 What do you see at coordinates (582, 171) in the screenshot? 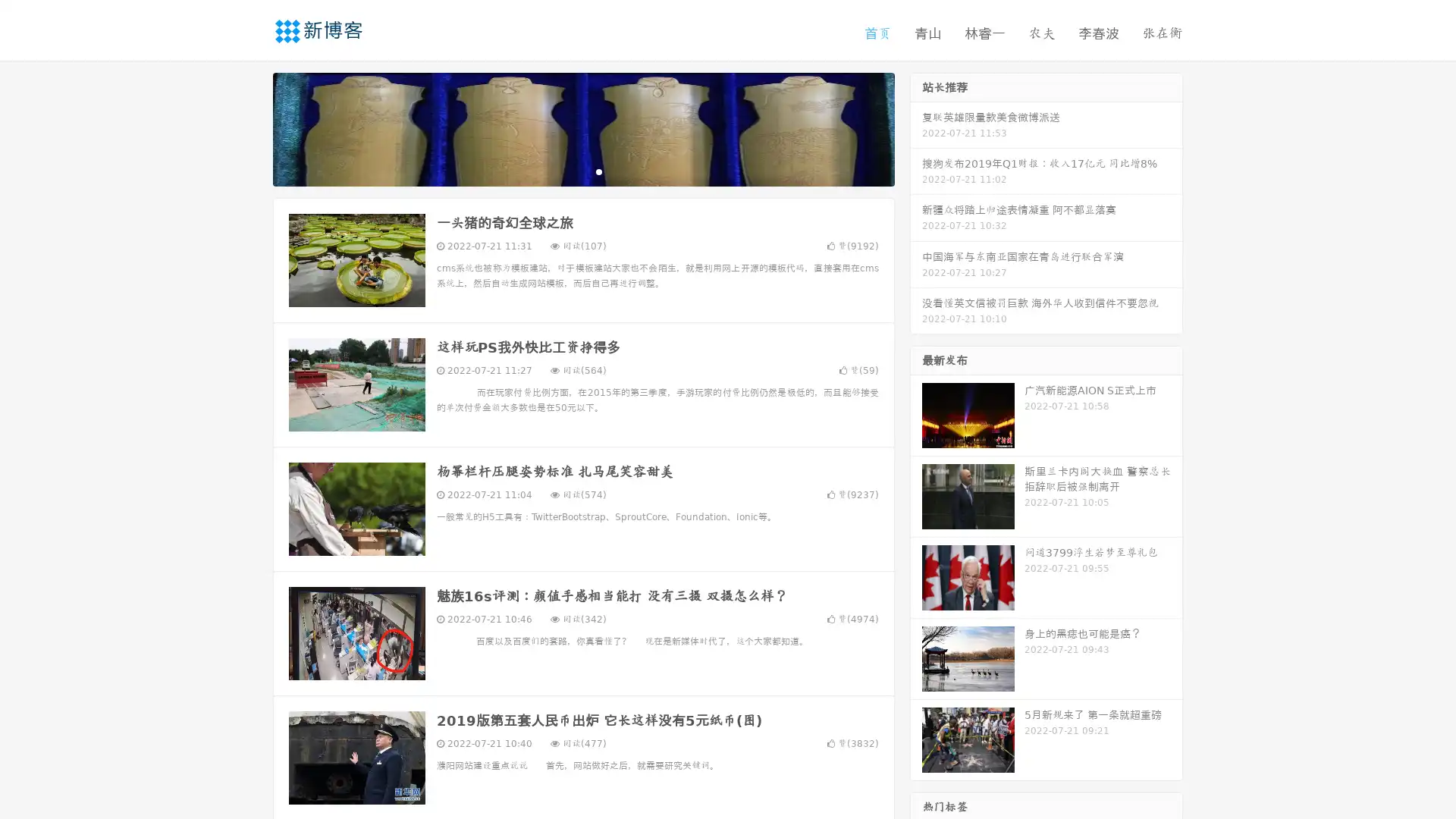
I see `Go to slide 2` at bounding box center [582, 171].